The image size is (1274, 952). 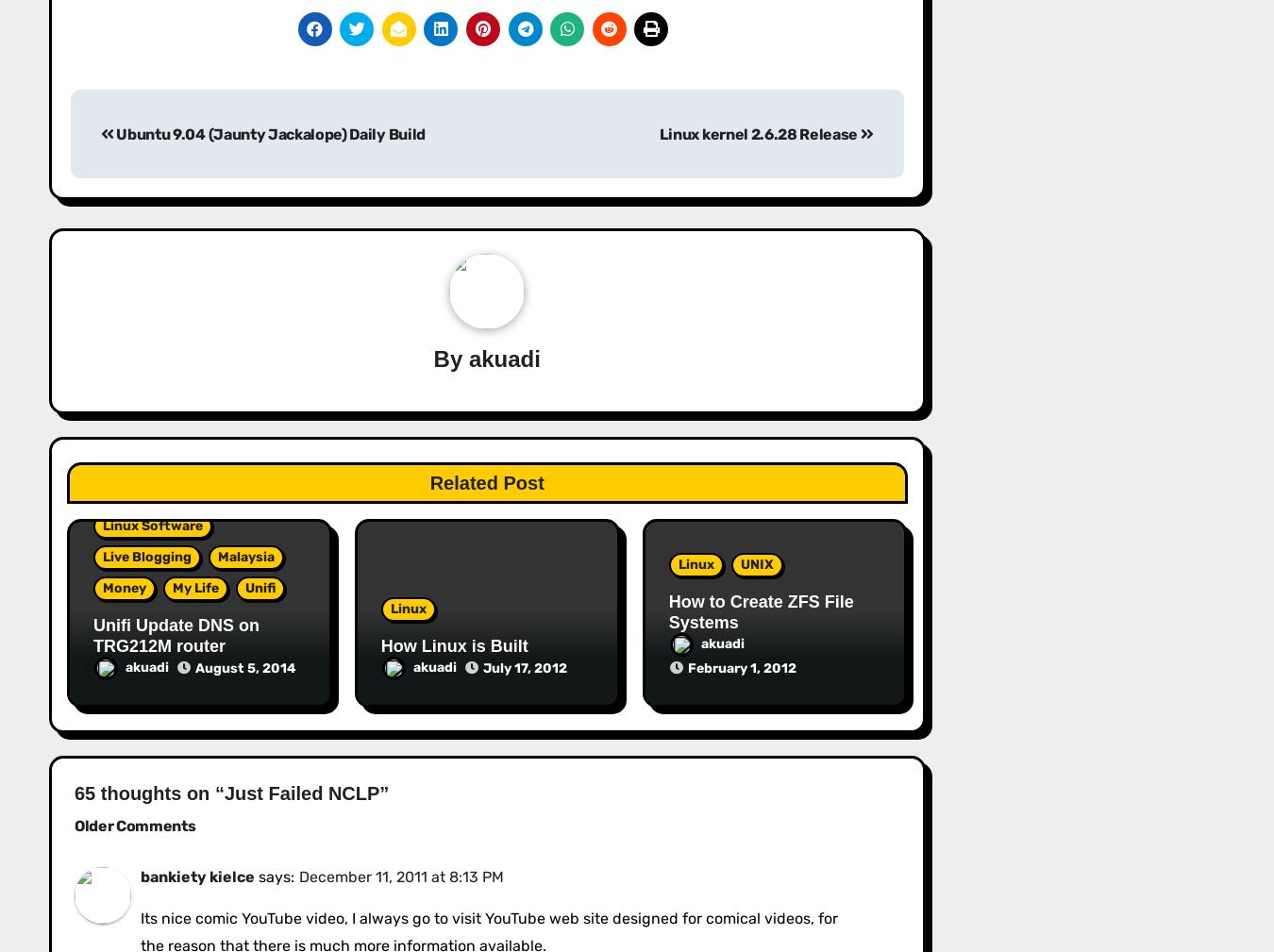 What do you see at coordinates (1037, 515) in the screenshot?
I see `'Artificial Intelligent'` at bounding box center [1037, 515].